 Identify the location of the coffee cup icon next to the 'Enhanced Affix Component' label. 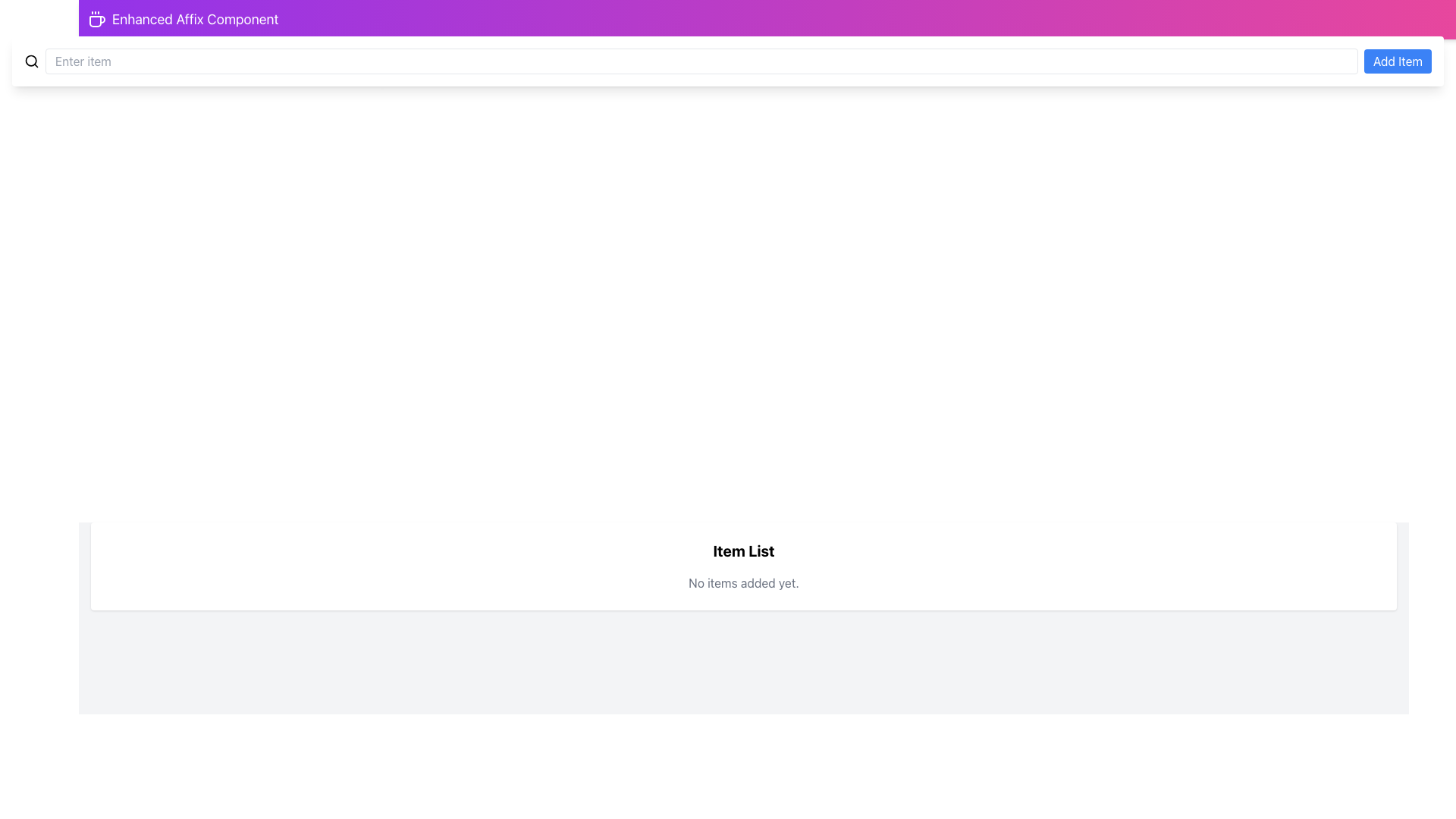
(96, 20).